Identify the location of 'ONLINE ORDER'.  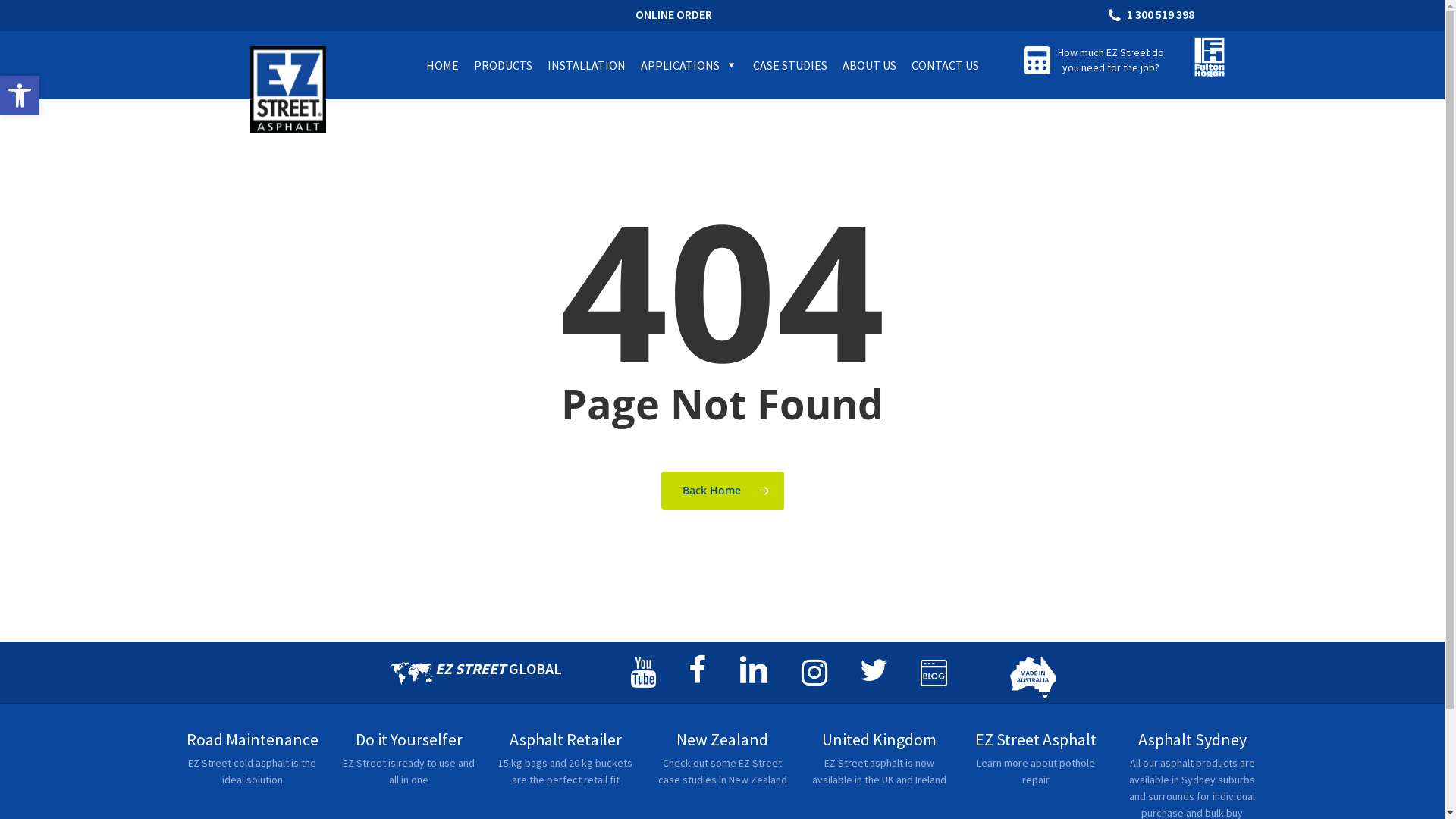
(673, 14).